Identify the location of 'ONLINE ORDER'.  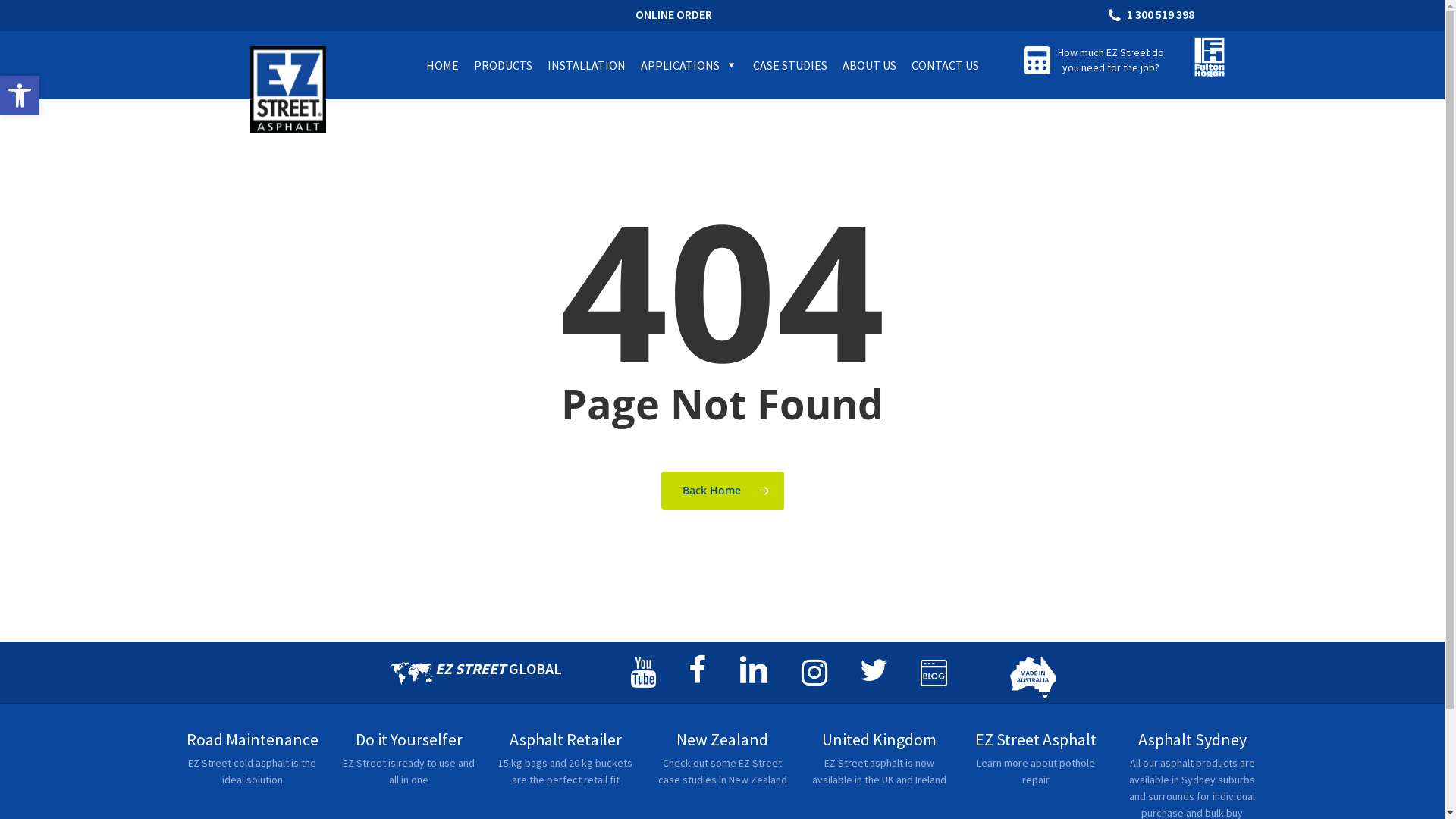
(673, 14).